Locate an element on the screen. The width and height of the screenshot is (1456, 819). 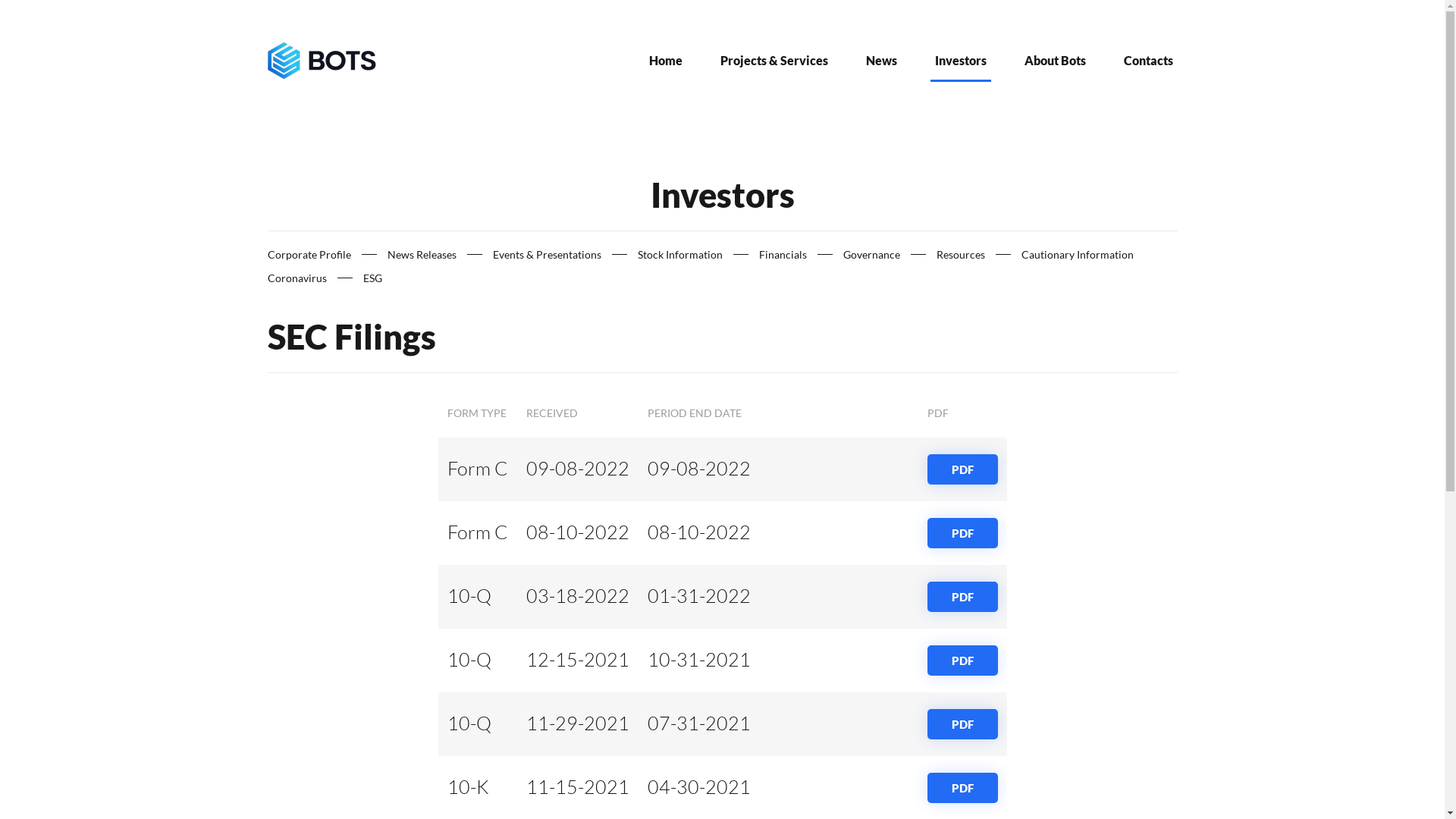
'Investors' is located at coordinates (928, 60).